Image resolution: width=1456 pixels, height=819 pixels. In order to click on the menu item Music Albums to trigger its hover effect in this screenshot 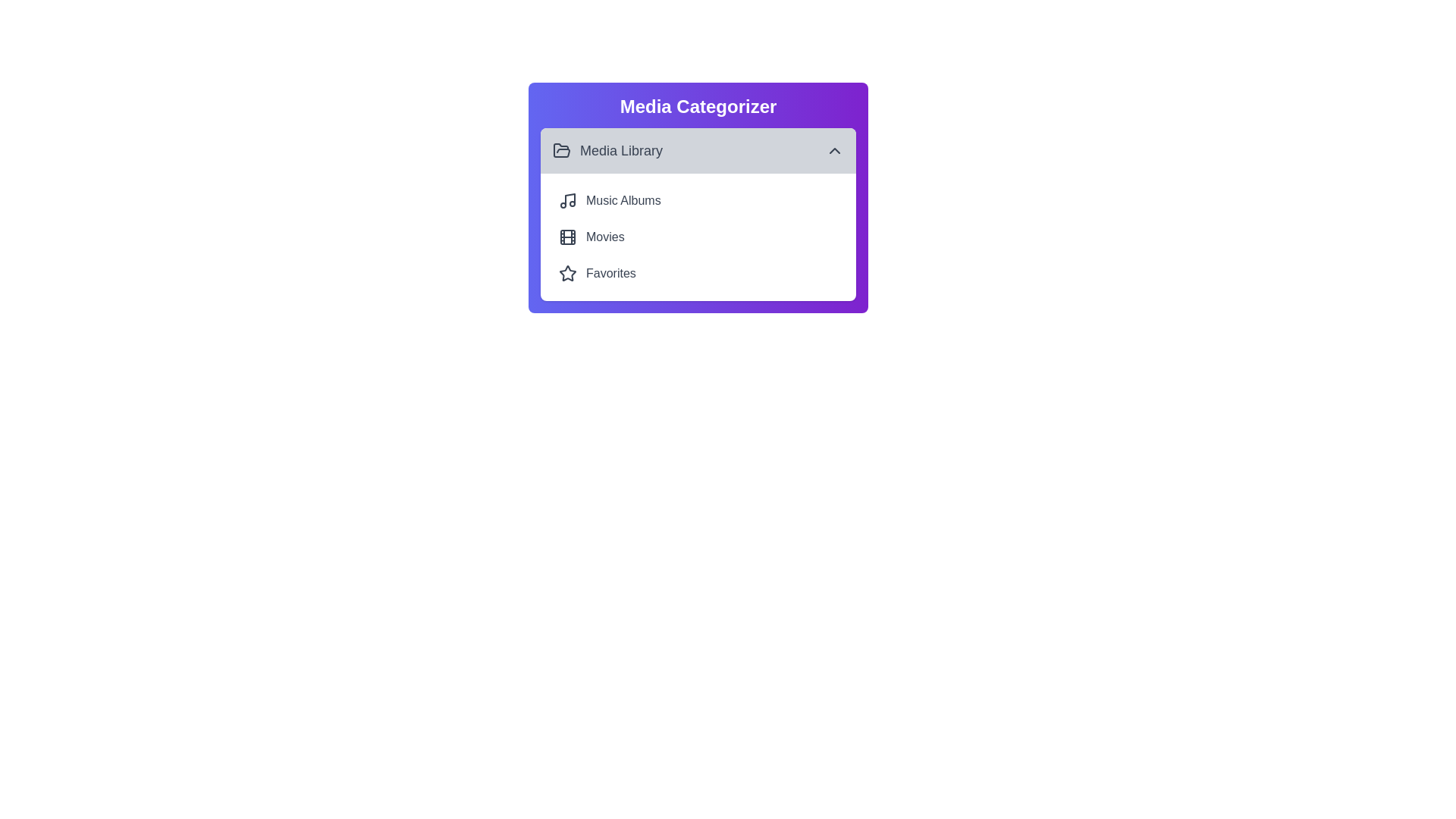, I will do `click(698, 200)`.